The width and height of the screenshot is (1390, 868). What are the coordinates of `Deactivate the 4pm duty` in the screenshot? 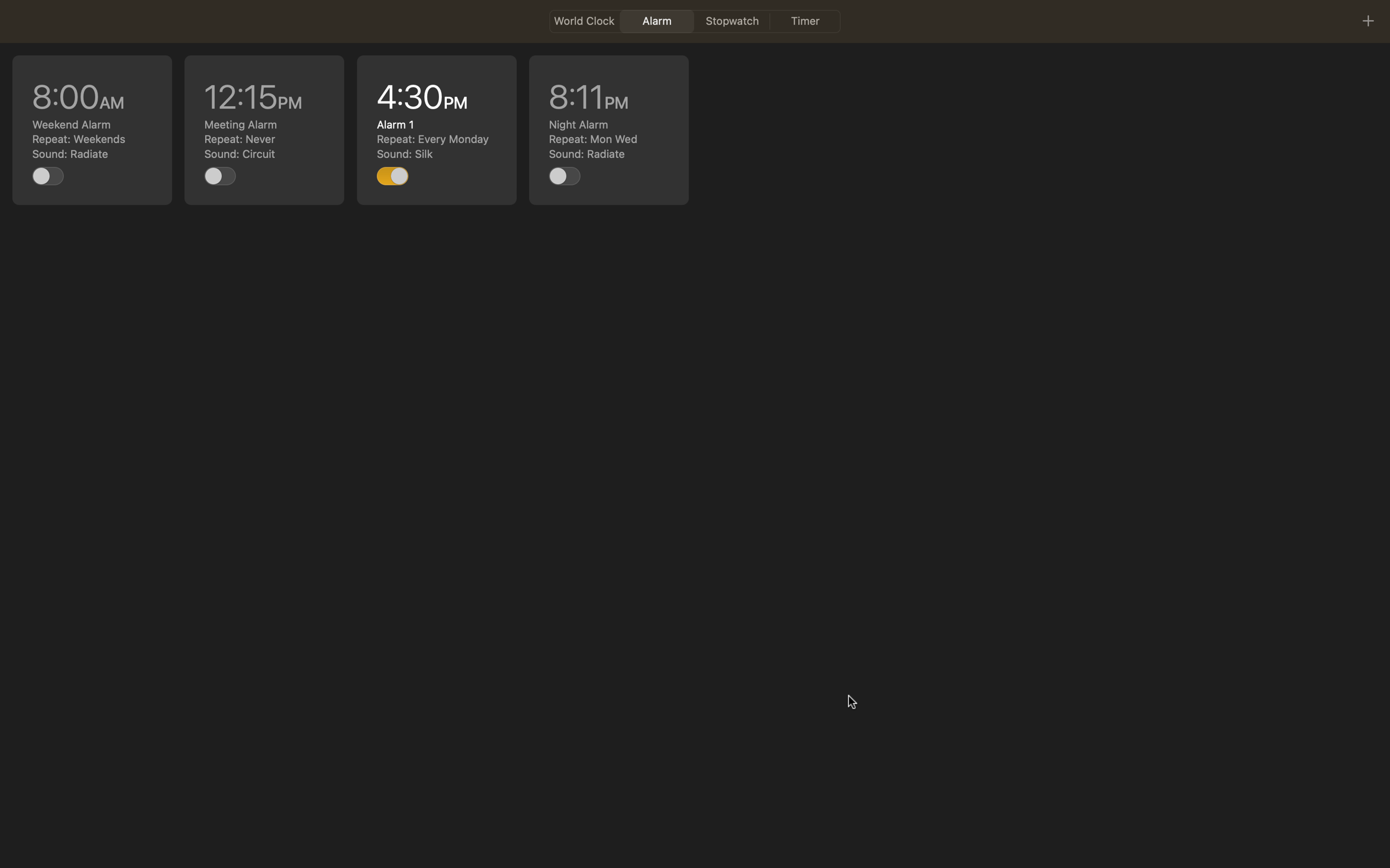 It's located at (393, 174).